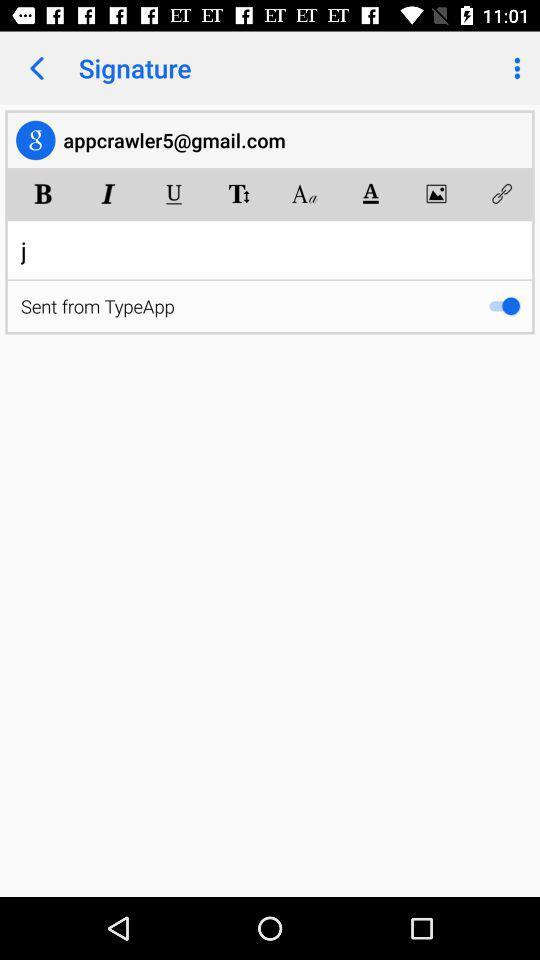 This screenshot has width=540, height=960. What do you see at coordinates (36, 68) in the screenshot?
I see `the icon next to the signature app` at bounding box center [36, 68].